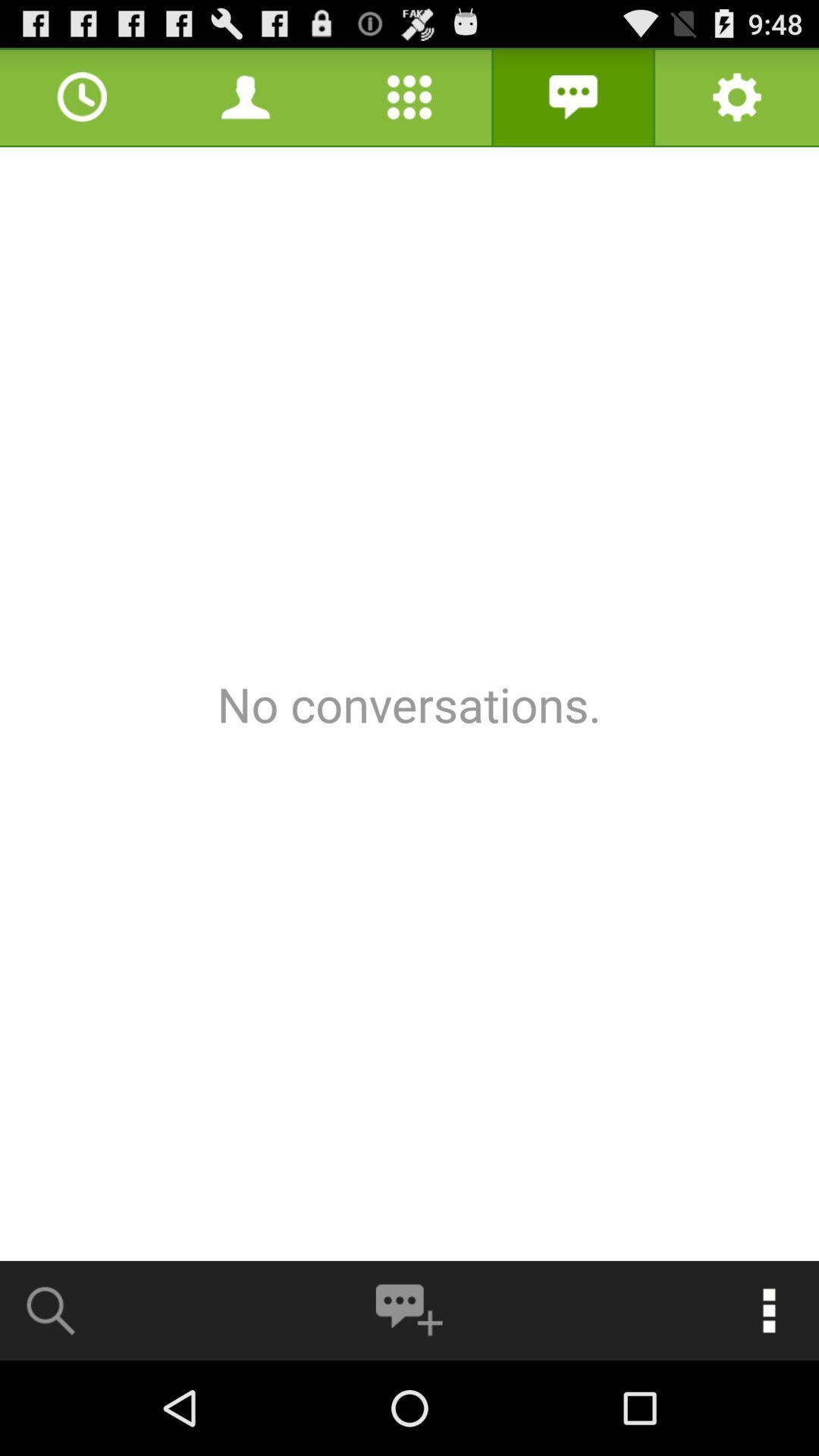 The height and width of the screenshot is (1456, 819). Describe the element at coordinates (51, 1401) in the screenshot. I see `the search icon` at that location.